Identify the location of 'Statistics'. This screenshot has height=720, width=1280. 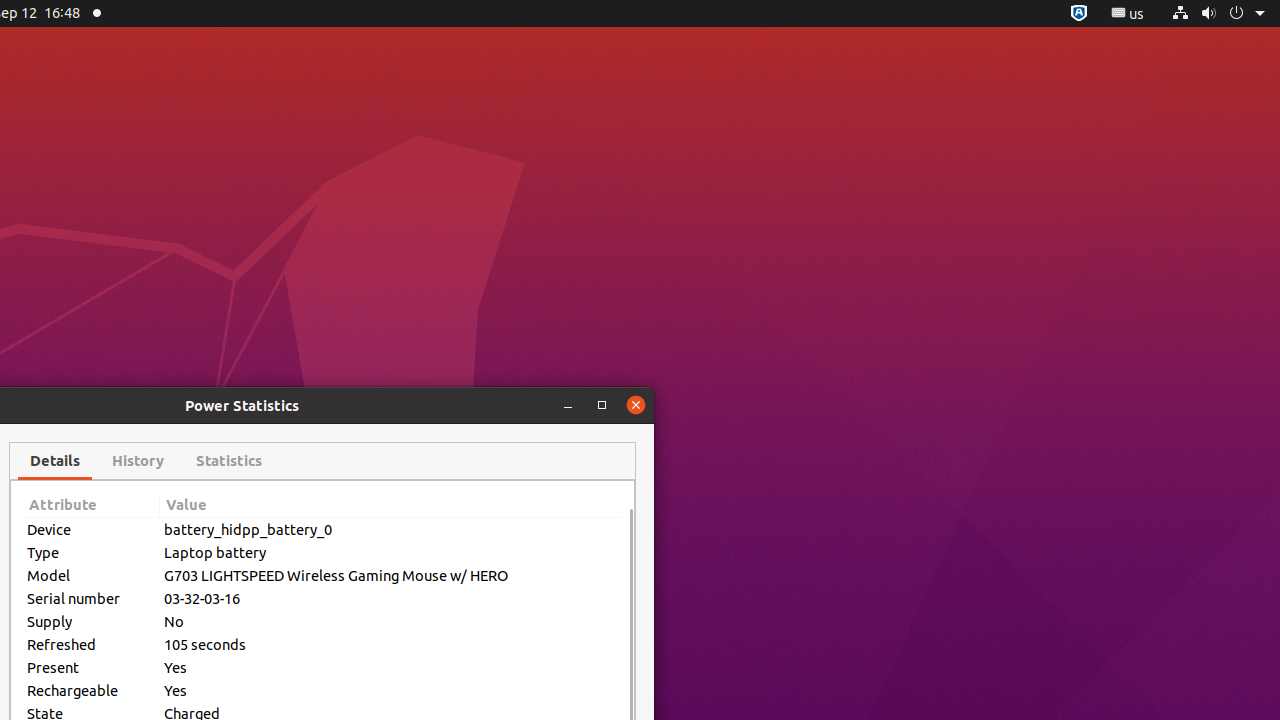
(228, 461).